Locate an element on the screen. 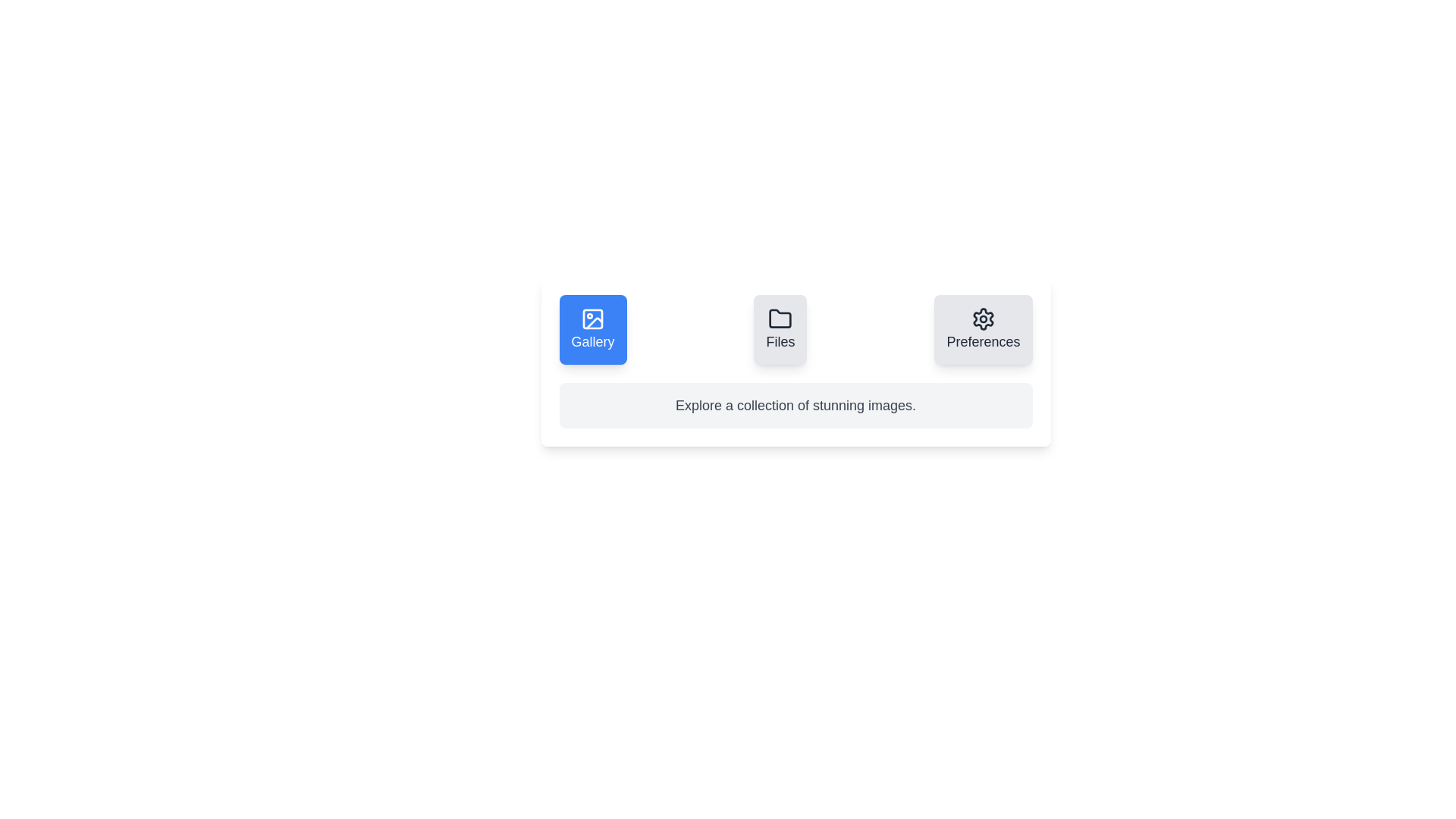 The width and height of the screenshot is (1456, 819). the Preferences tab is located at coordinates (983, 329).